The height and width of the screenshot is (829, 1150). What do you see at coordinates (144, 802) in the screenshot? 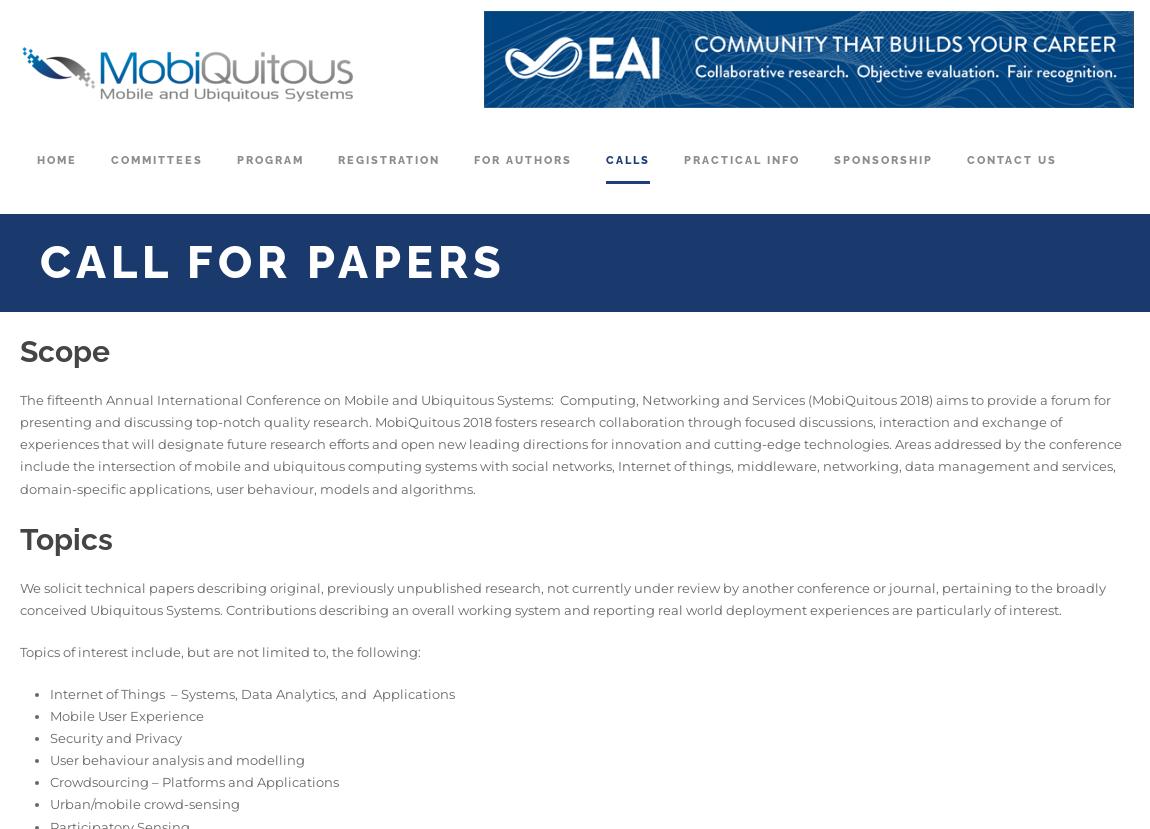
I see `'Urban/mobile crowd-sensing'` at bounding box center [144, 802].